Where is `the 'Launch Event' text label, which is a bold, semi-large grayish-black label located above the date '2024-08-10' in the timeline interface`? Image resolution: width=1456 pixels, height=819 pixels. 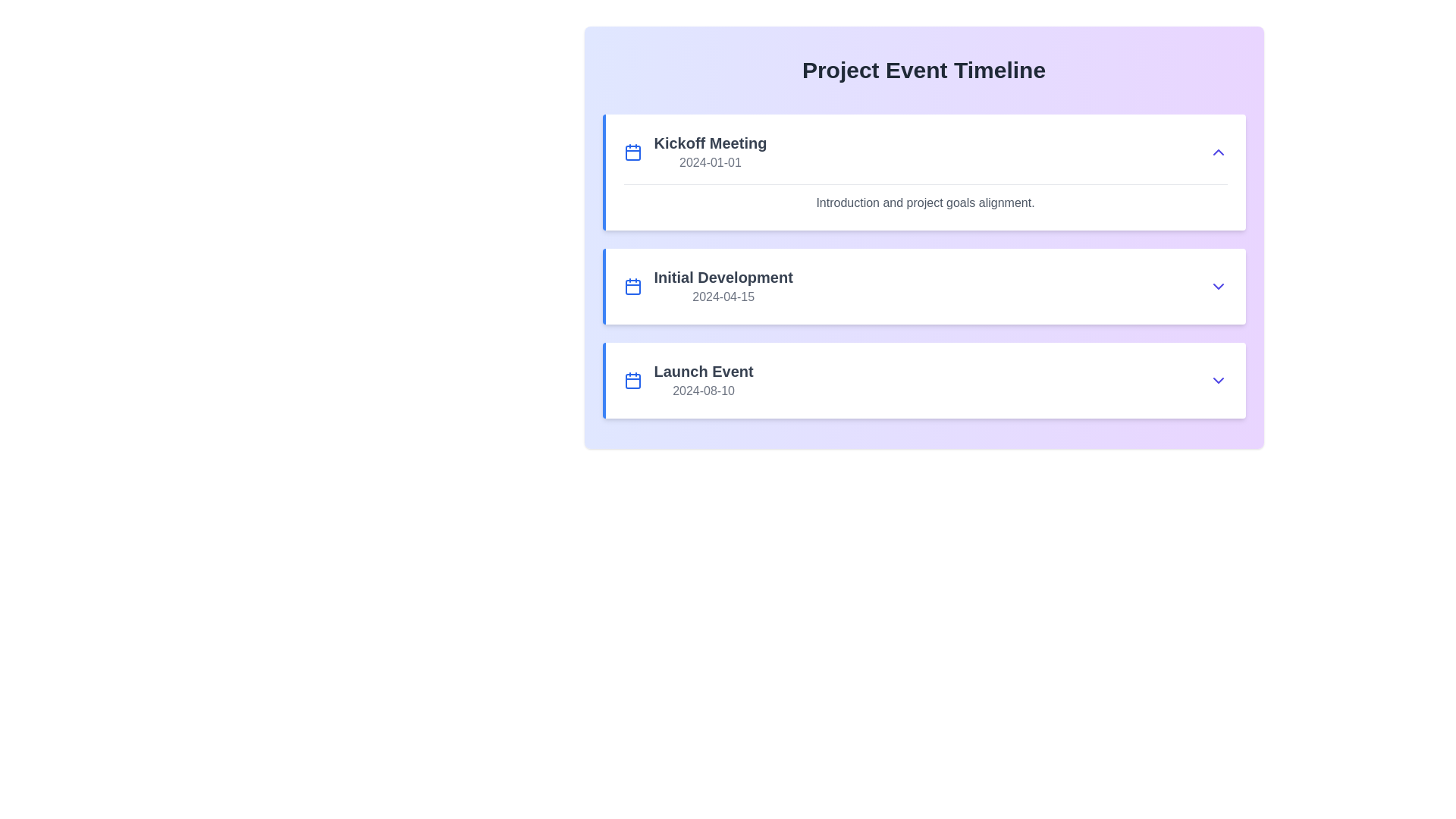 the 'Launch Event' text label, which is a bold, semi-large grayish-black label located above the date '2024-08-10' in the timeline interface is located at coordinates (703, 371).